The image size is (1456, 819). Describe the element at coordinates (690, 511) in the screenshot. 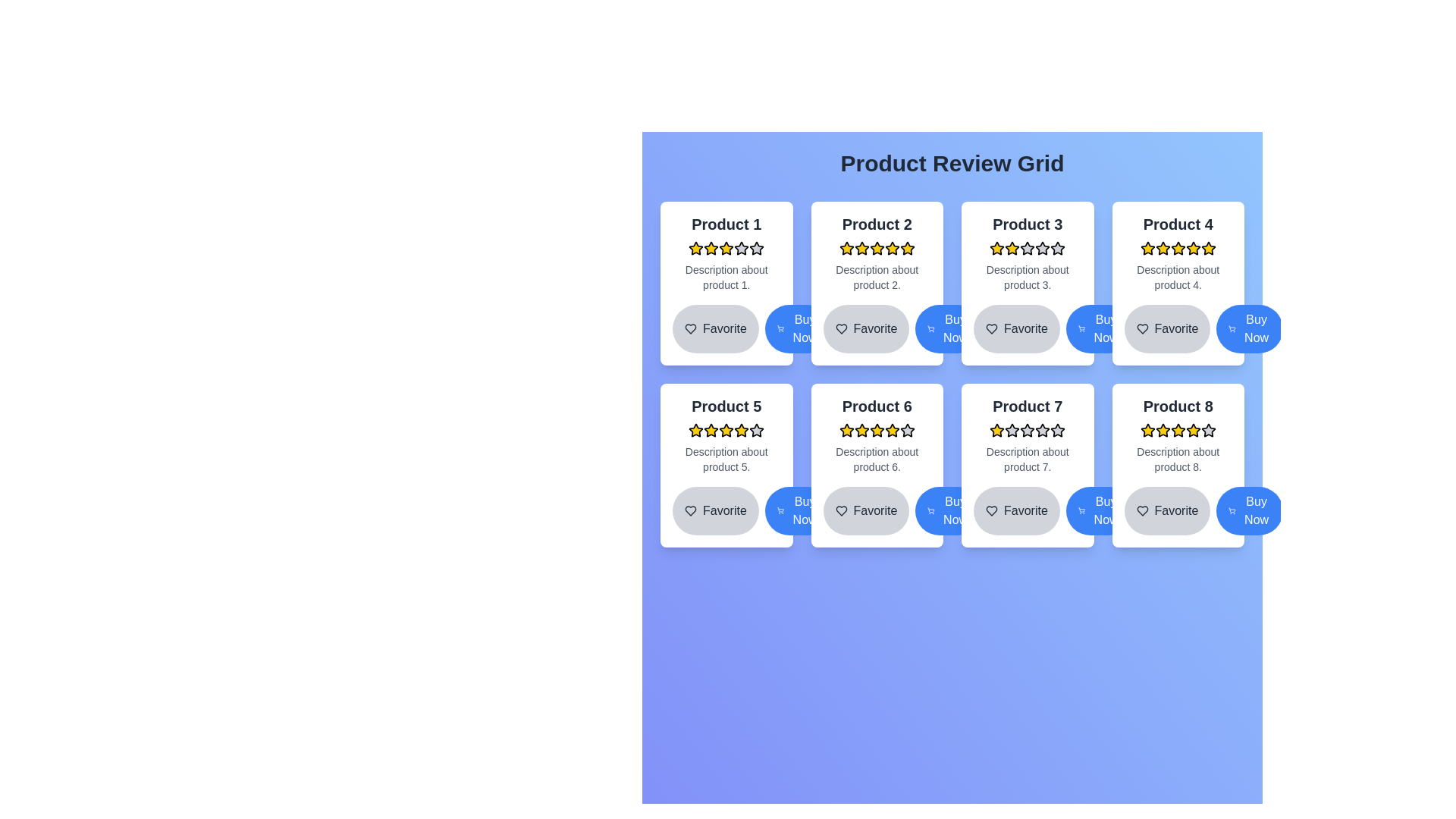

I see `the heart-shaped outline icon in the 'Favorite' button located at the bottom left of the product card for 'Product 5' to favorite the associated product` at that location.